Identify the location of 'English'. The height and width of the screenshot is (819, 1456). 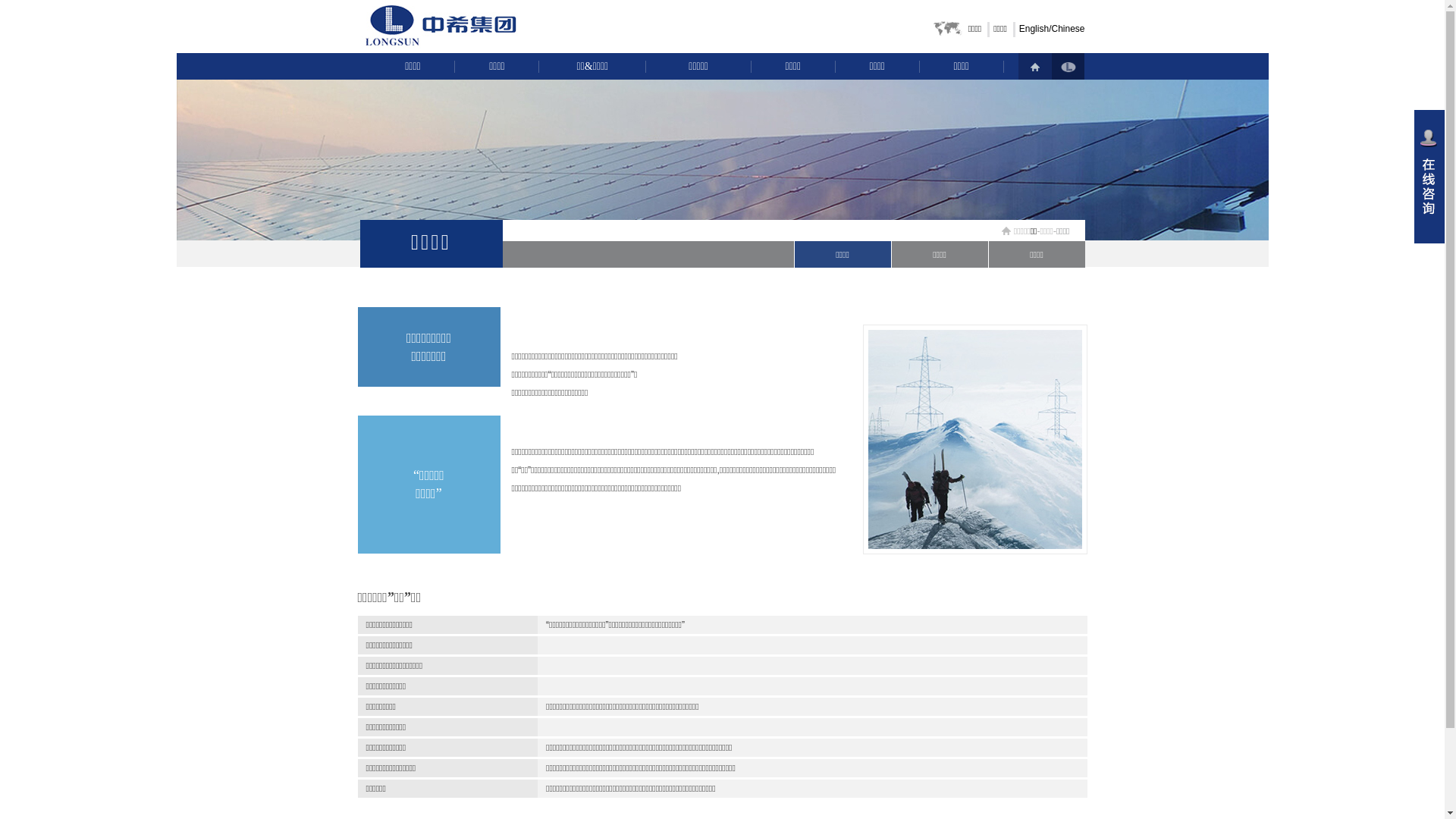
(1033, 29).